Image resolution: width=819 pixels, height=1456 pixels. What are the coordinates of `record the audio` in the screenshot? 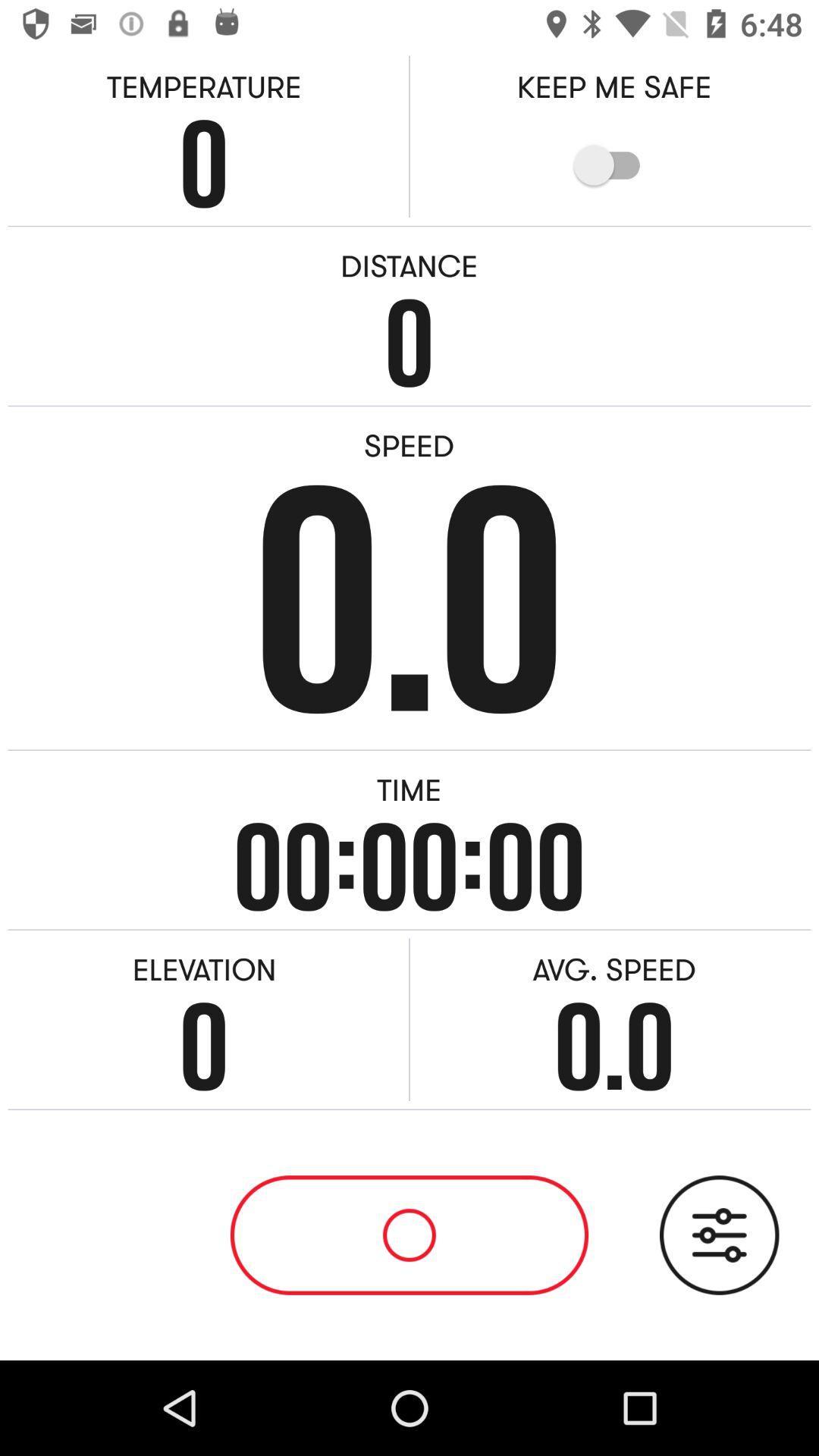 It's located at (718, 1235).